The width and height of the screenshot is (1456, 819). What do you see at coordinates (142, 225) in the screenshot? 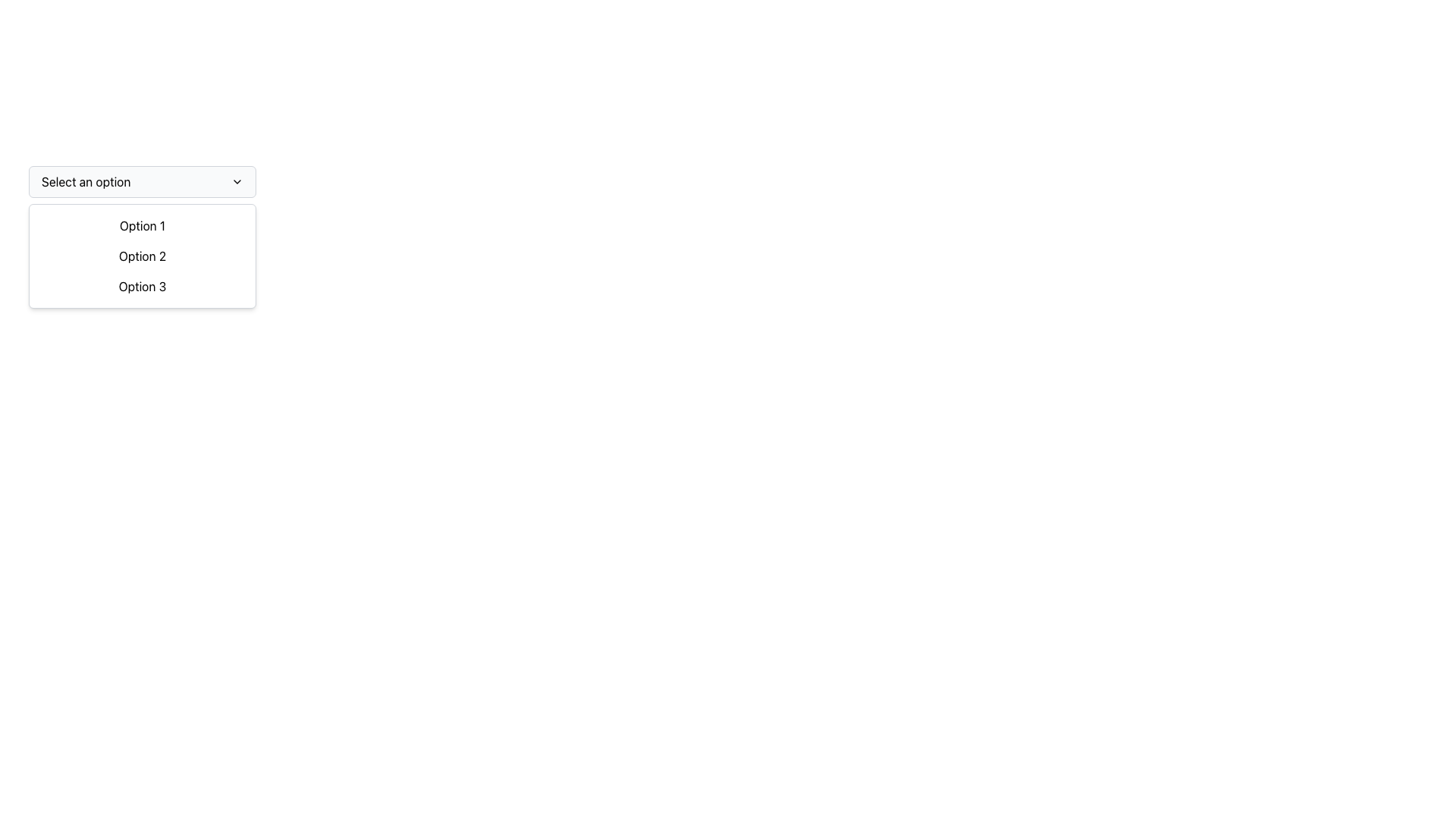
I see `the dropdown menu item labeled 'Option 1' to trigger its hover state` at bounding box center [142, 225].